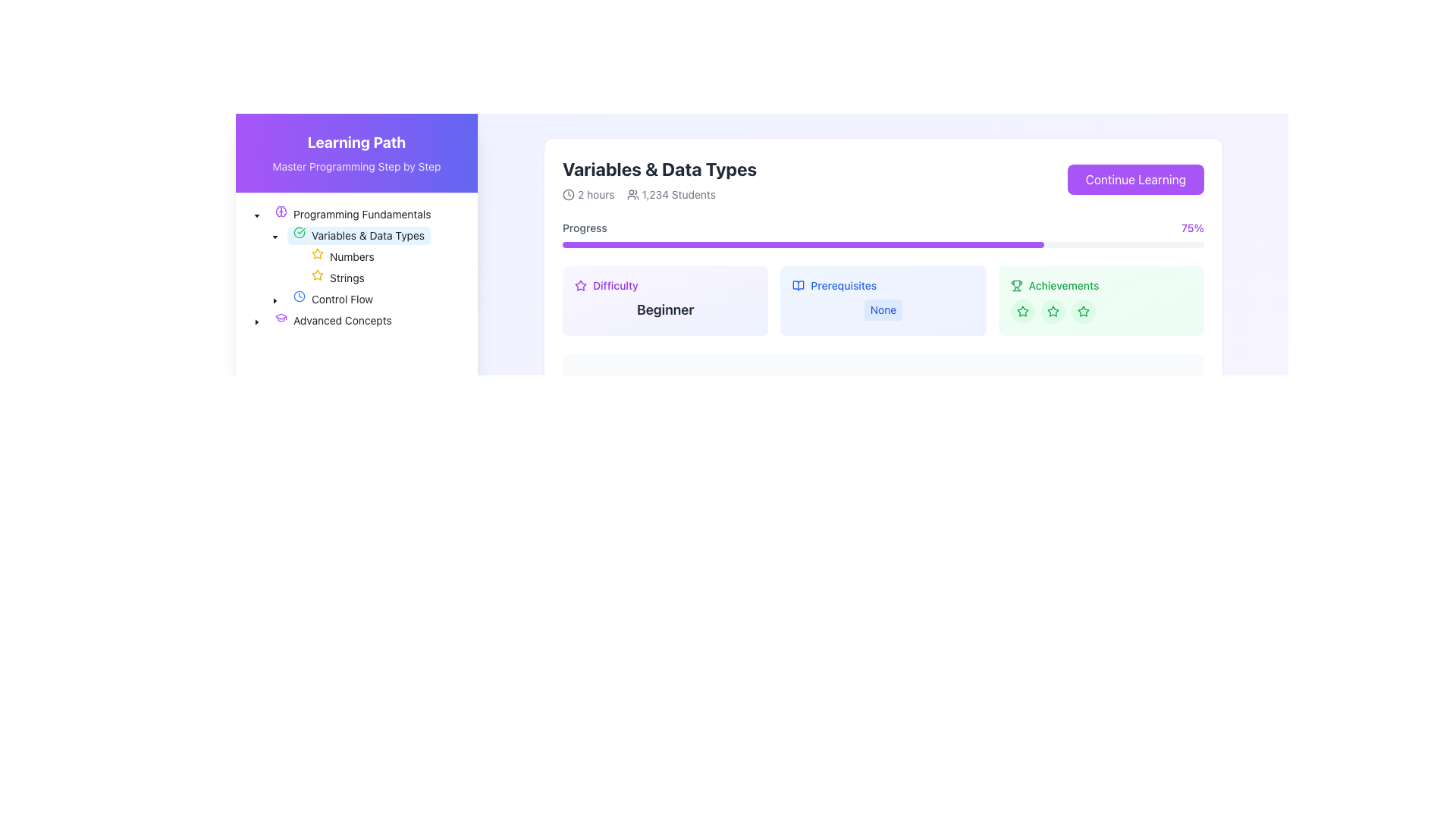  I want to click on the static text label that denotes a progress-related section, located on the right-hand half of the interface below the header 'Variables & Data Types', aligned left and displayed before the '75%' text, so click(584, 227).